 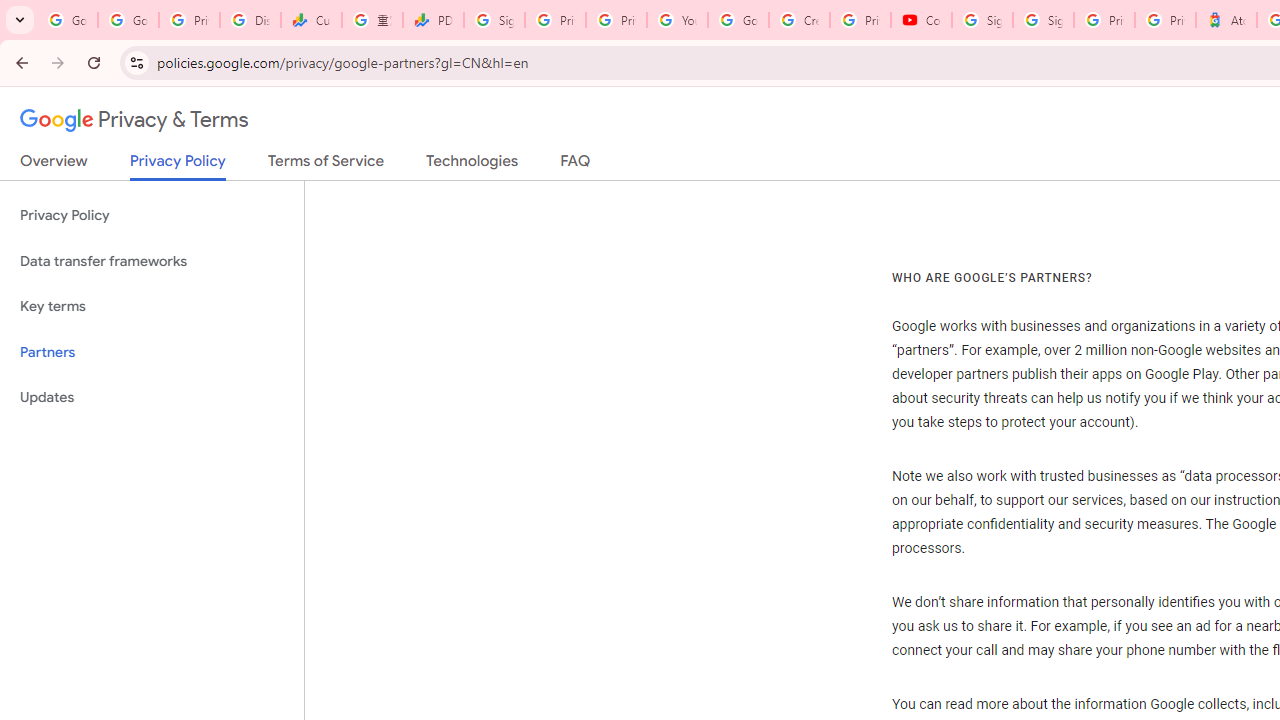 What do you see at coordinates (920, 20) in the screenshot?
I see `'Content Creator Programs & Opportunities - YouTube Creators'` at bounding box center [920, 20].